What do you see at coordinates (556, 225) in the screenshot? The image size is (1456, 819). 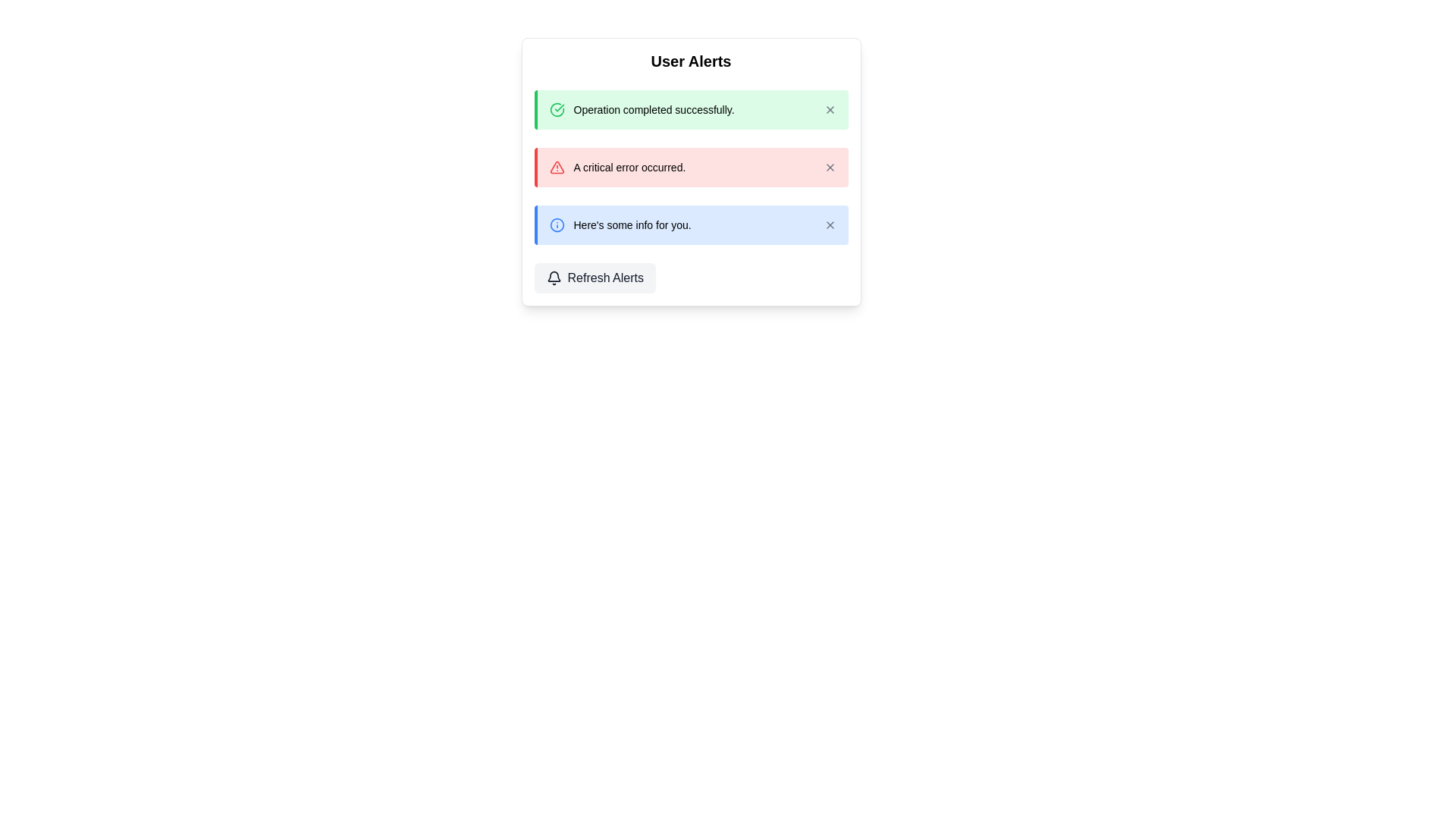 I see `the informational icon located at the beginning of the notification card with the text 'Here's some info for you.'` at bounding box center [556, 225].